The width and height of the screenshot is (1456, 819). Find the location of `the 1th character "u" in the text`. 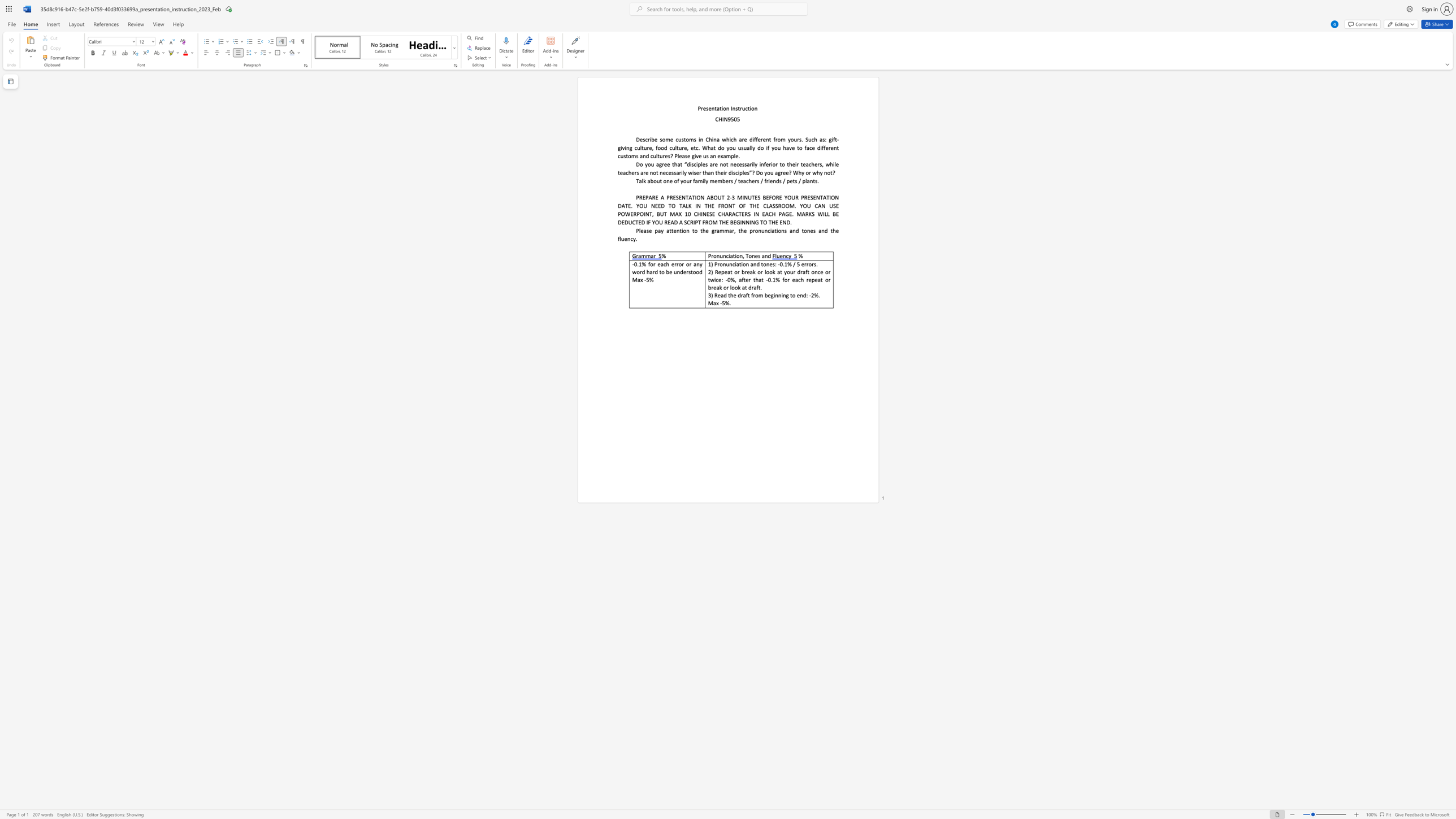

the 1th character "u" in the text is located at coordinates (721, 255).